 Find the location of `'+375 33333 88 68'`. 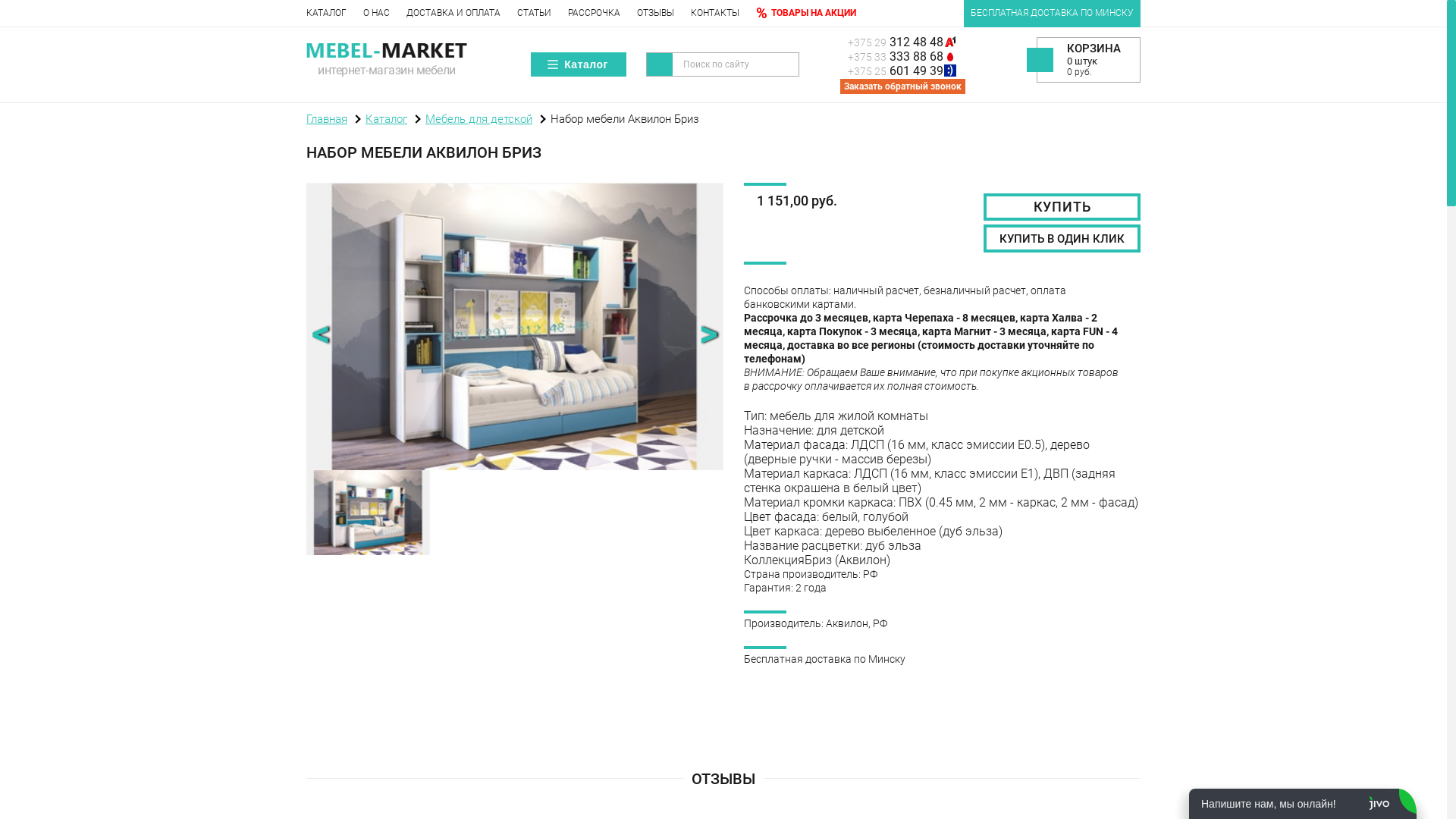

'+375 33333 88 68' is located at coordinates (910, 55).